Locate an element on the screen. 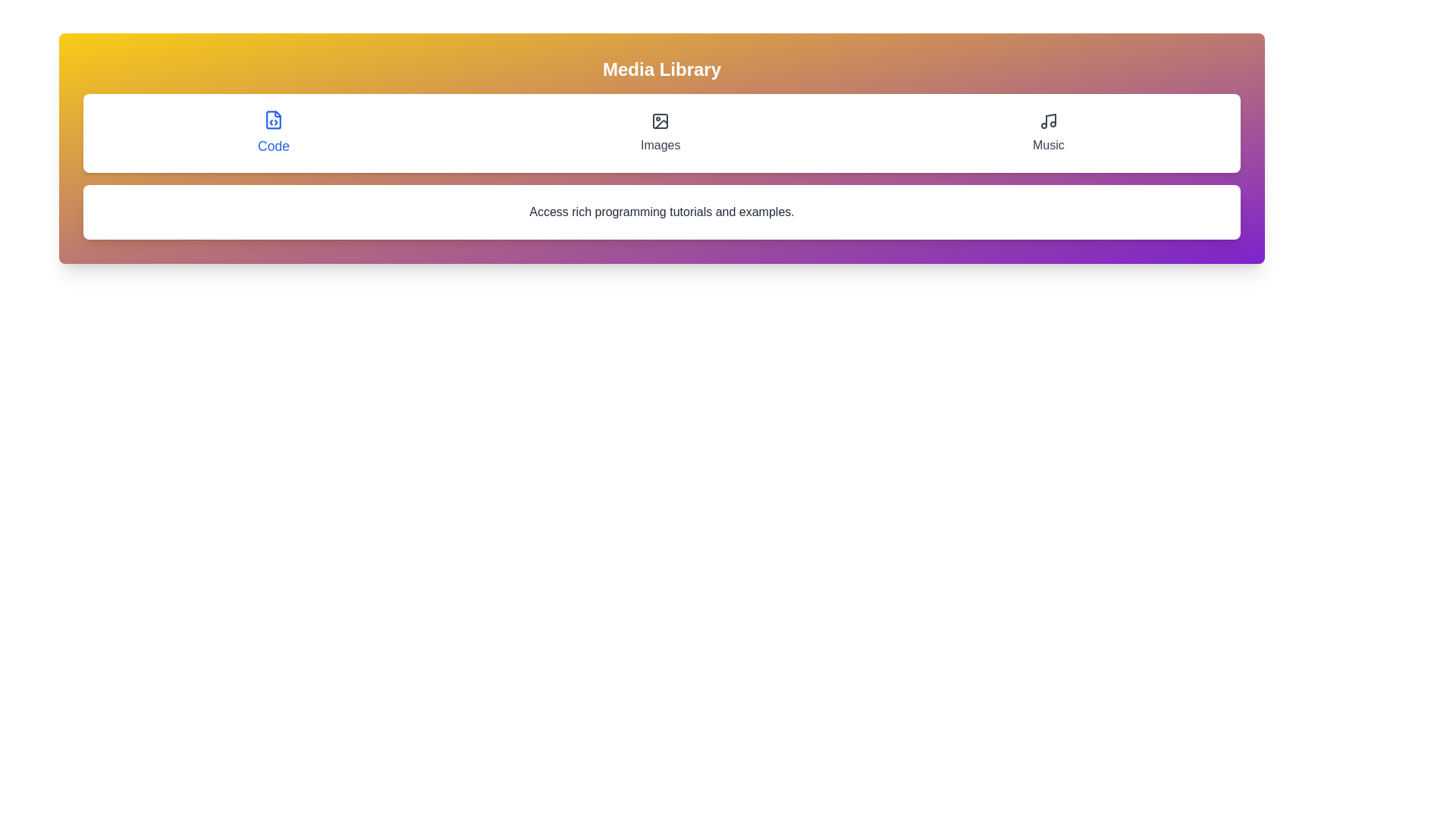 The height and width of the screenshot is (819, 1456). the tab labeled Code to display its content is located at coordinates (273, 133).